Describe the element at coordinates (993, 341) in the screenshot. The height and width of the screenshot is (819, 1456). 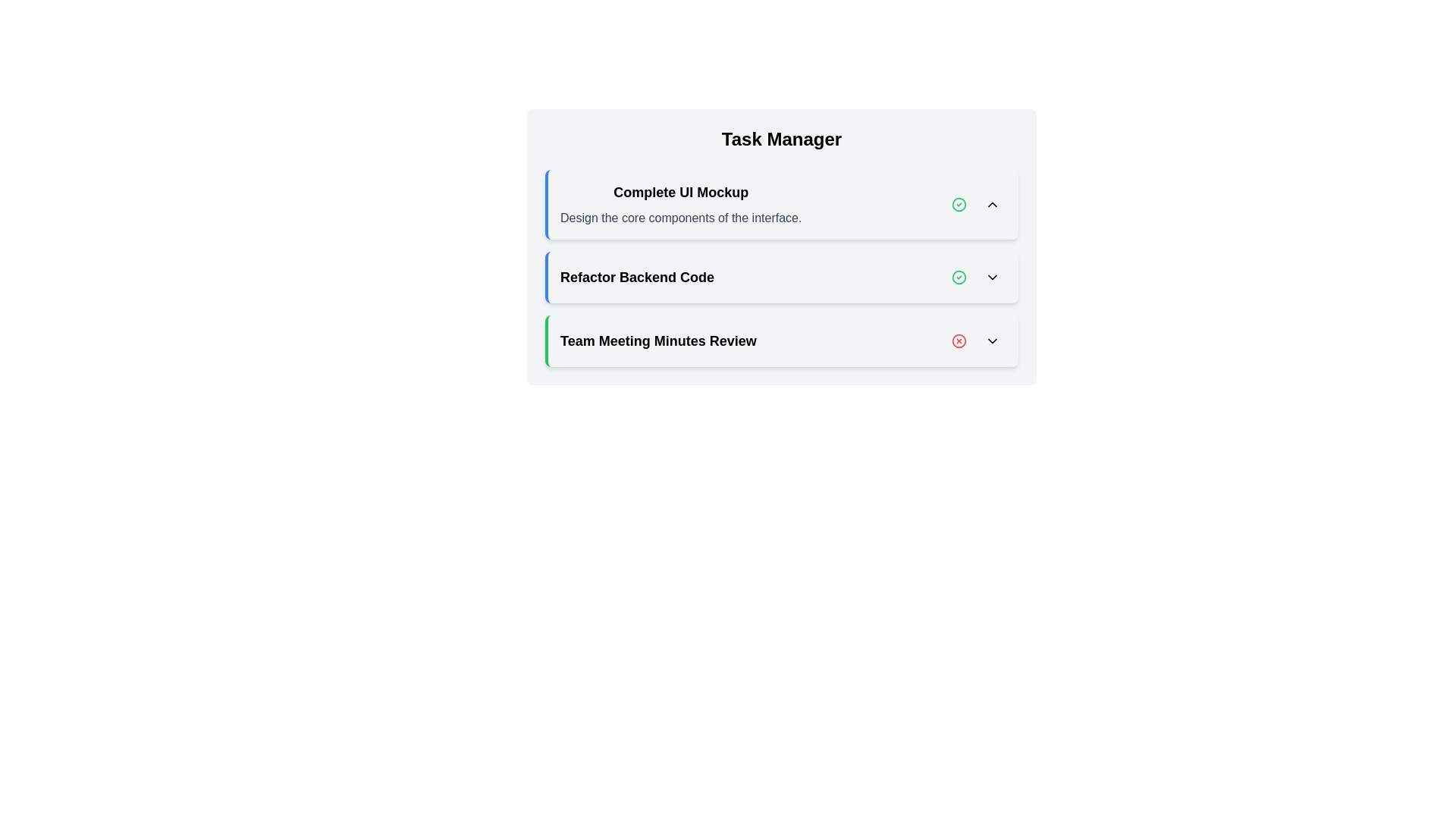
I see `the chevron-down icon located inside the button at the far right of the 'Team Meeting Minutes Review' list entry` at that location.